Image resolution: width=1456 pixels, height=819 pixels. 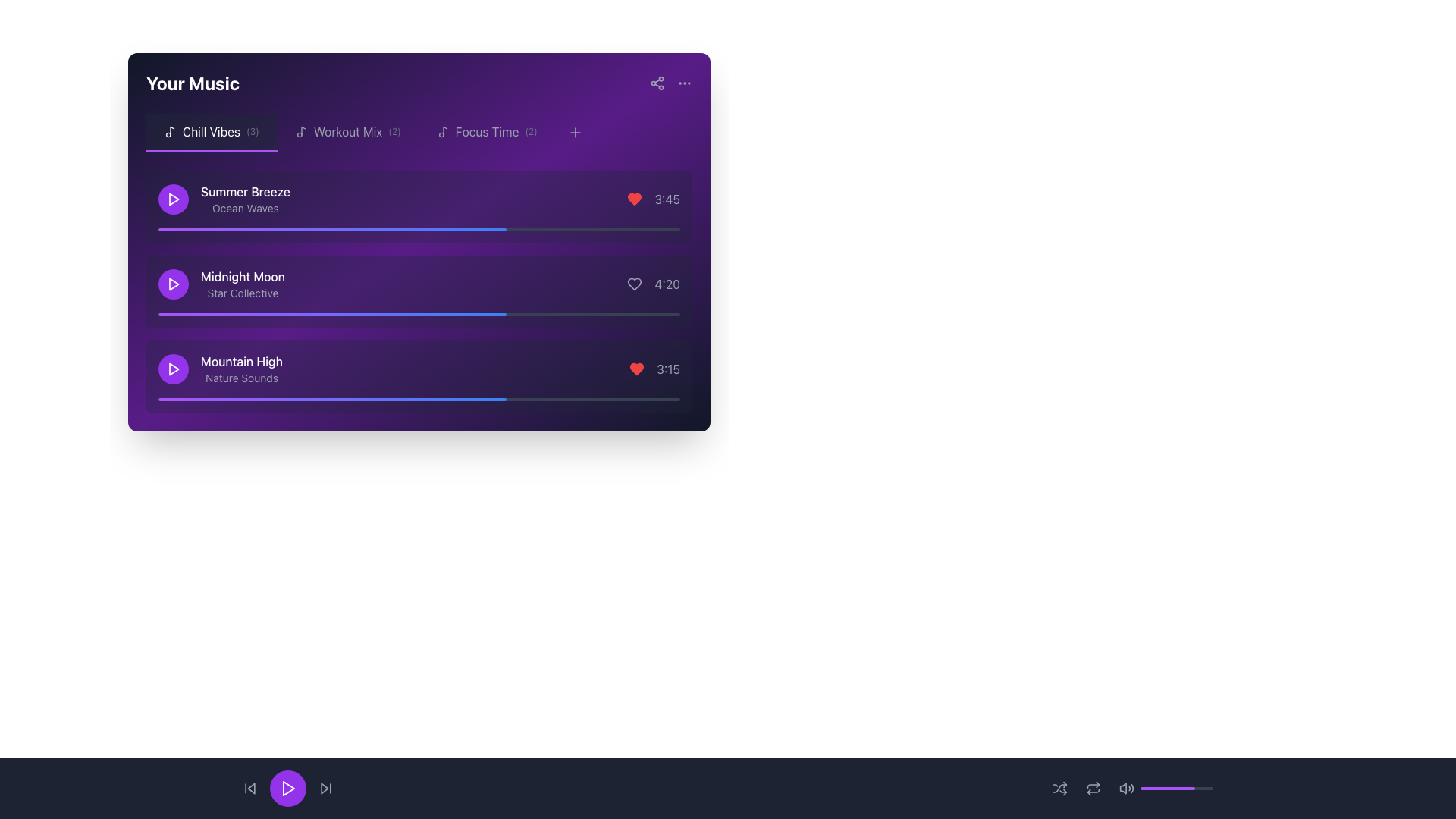 I want to click on the Progress Bar representing the playback of 'Midnight Moon' by 'Star Collective', located in the center of the second track row, so click(x=419, y=241).